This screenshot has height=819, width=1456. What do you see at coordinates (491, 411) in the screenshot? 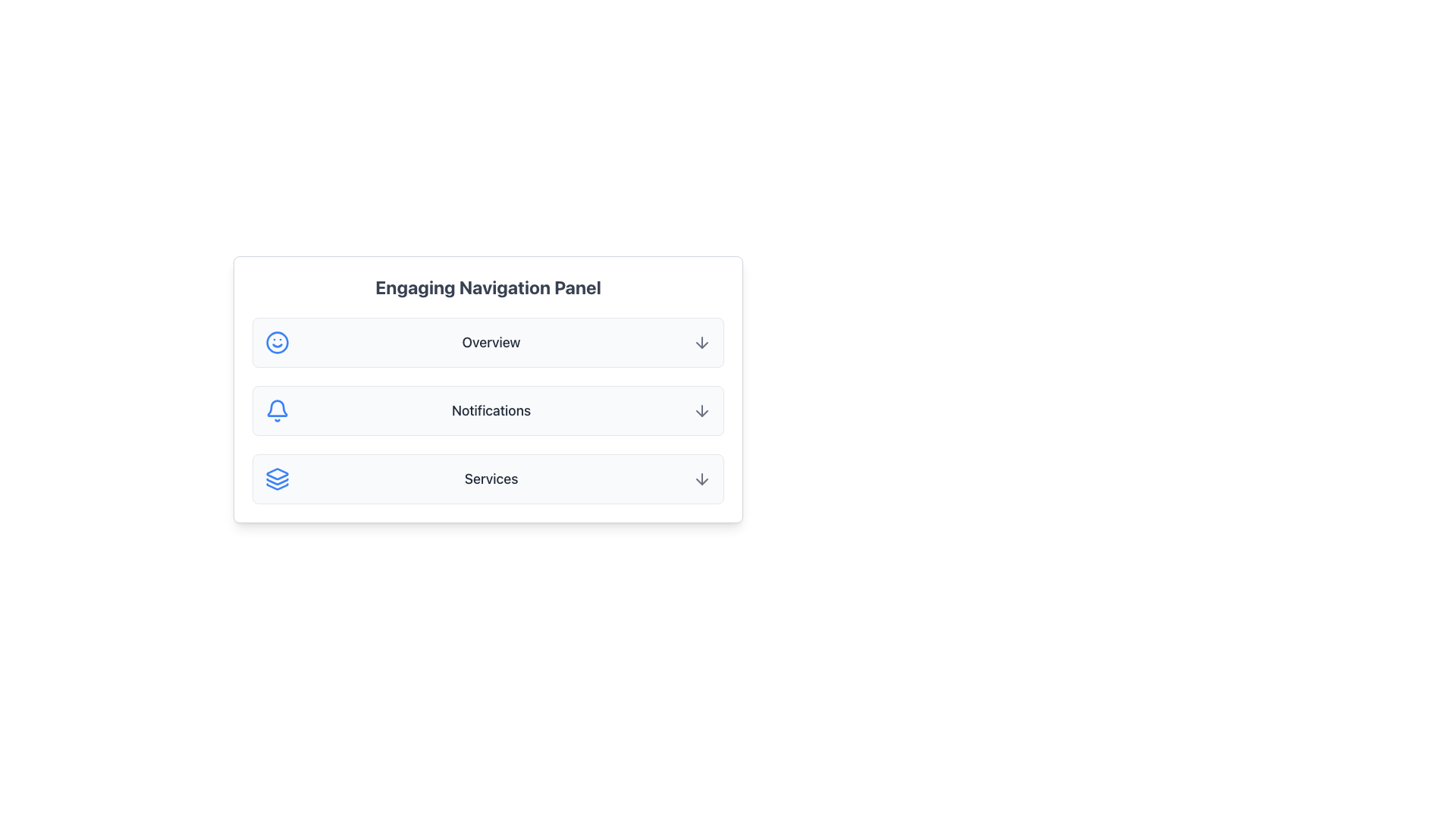
I see `the 'Notifications' text label in the vertical navigation panel, which is styled prominently and positioned between a blue bell icon and a gray arrow icon` at bounding box center [491, 411].